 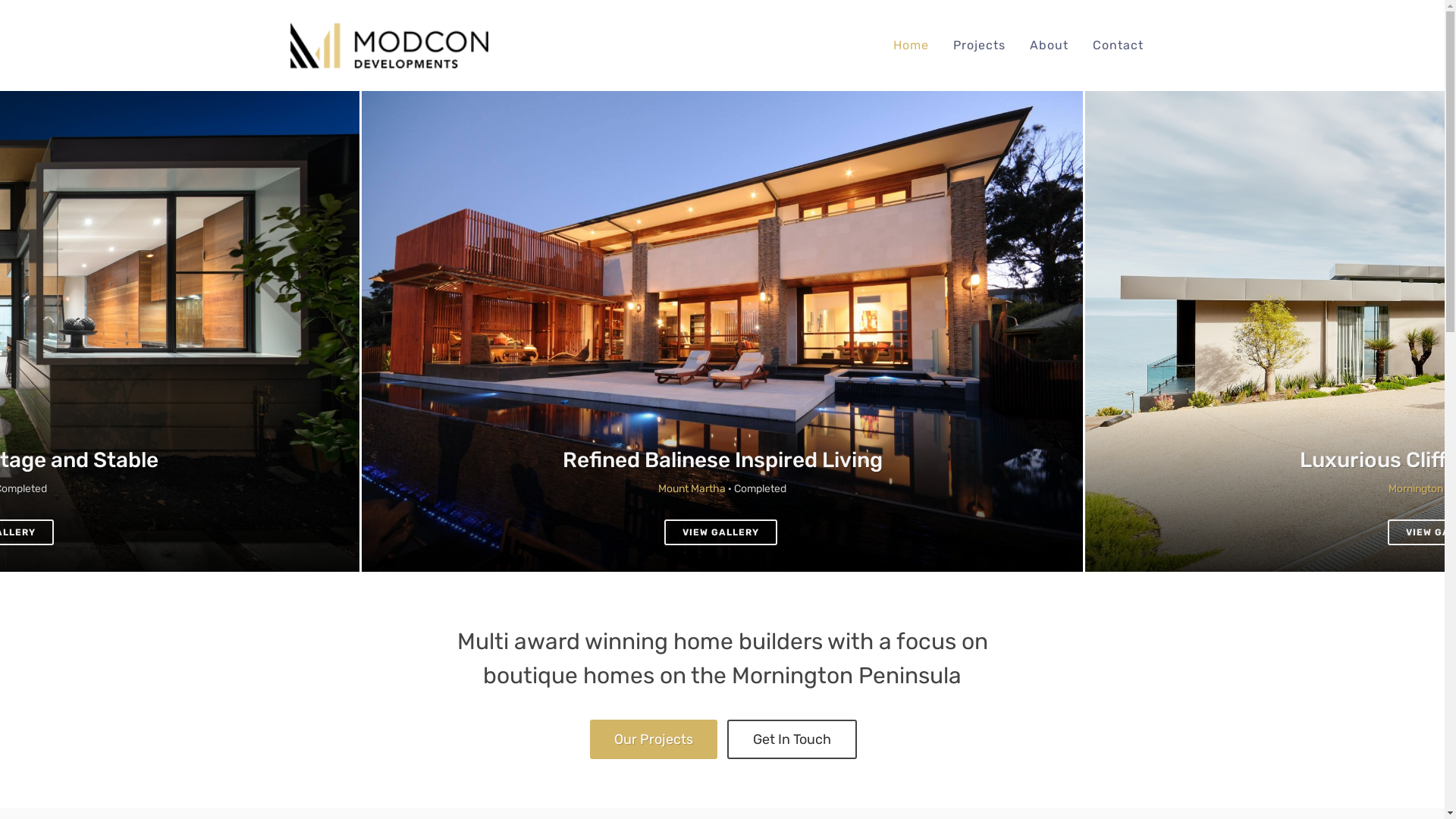 What do you see at coordinates (1118, 45) in the screenshot?
I see `'Contact'` at bounding box center [1118, 45].